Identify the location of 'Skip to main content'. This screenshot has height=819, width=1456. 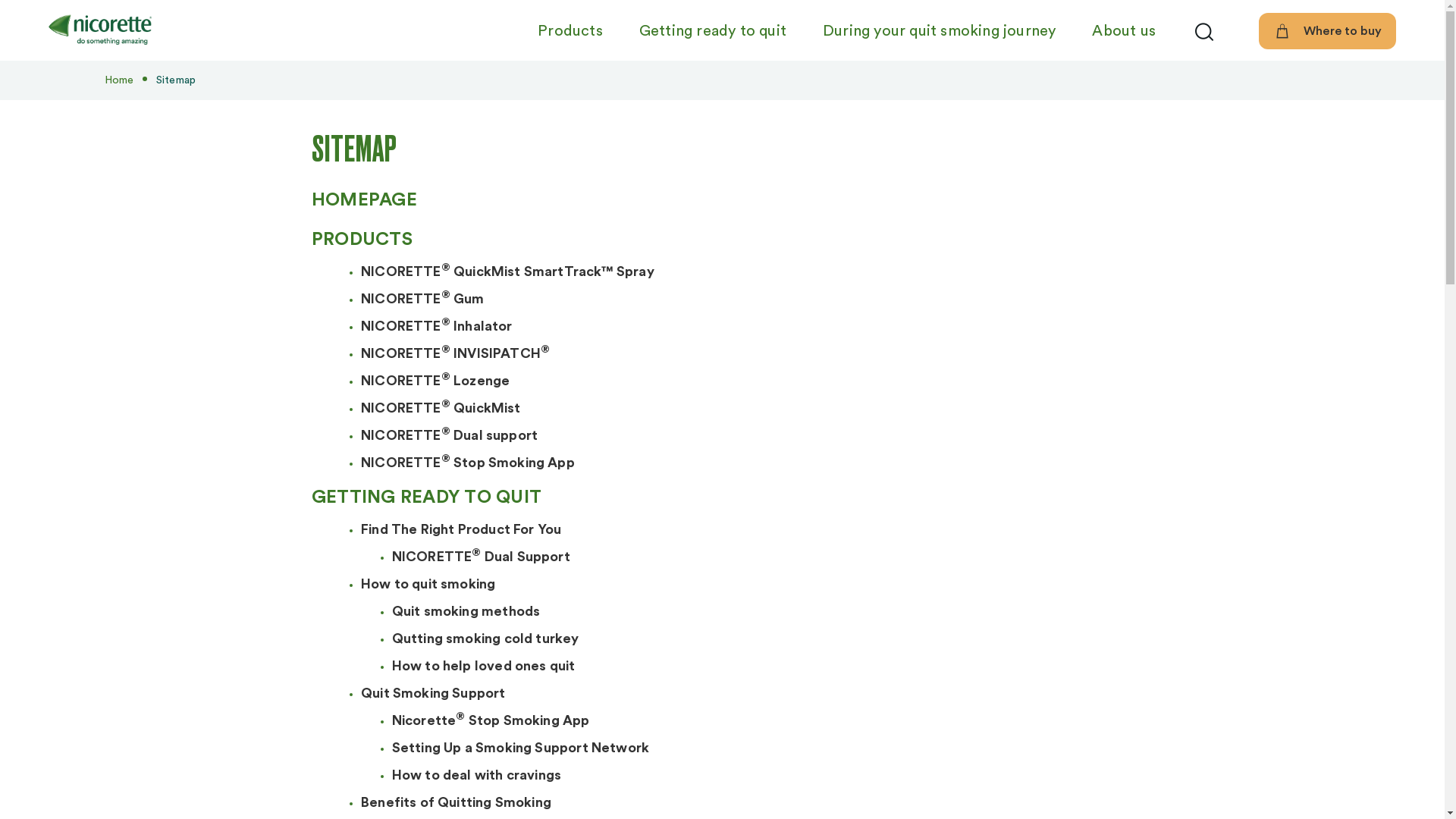
(51, 0).